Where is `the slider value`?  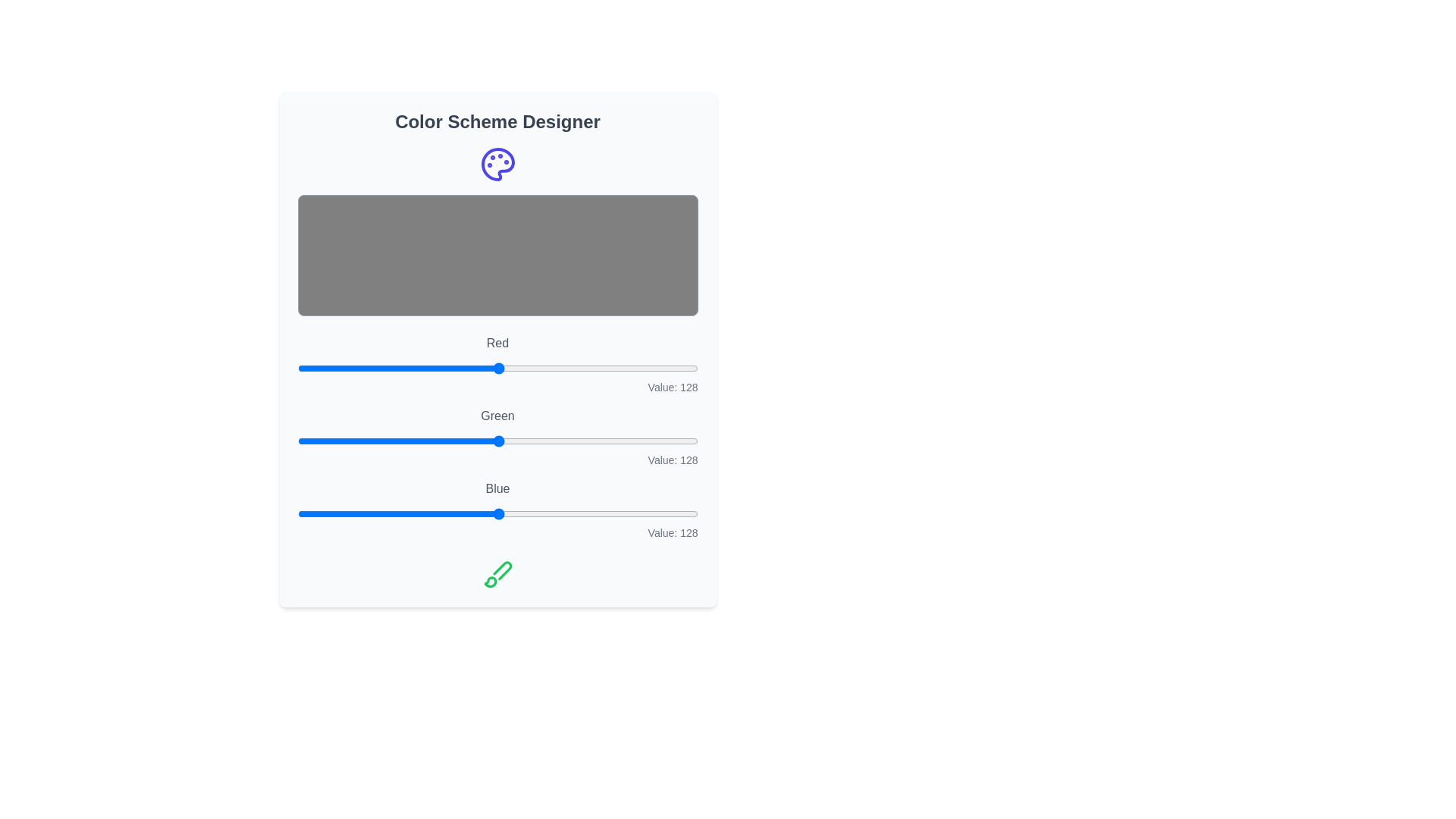
the slider value is located at coordinates (361, 513).